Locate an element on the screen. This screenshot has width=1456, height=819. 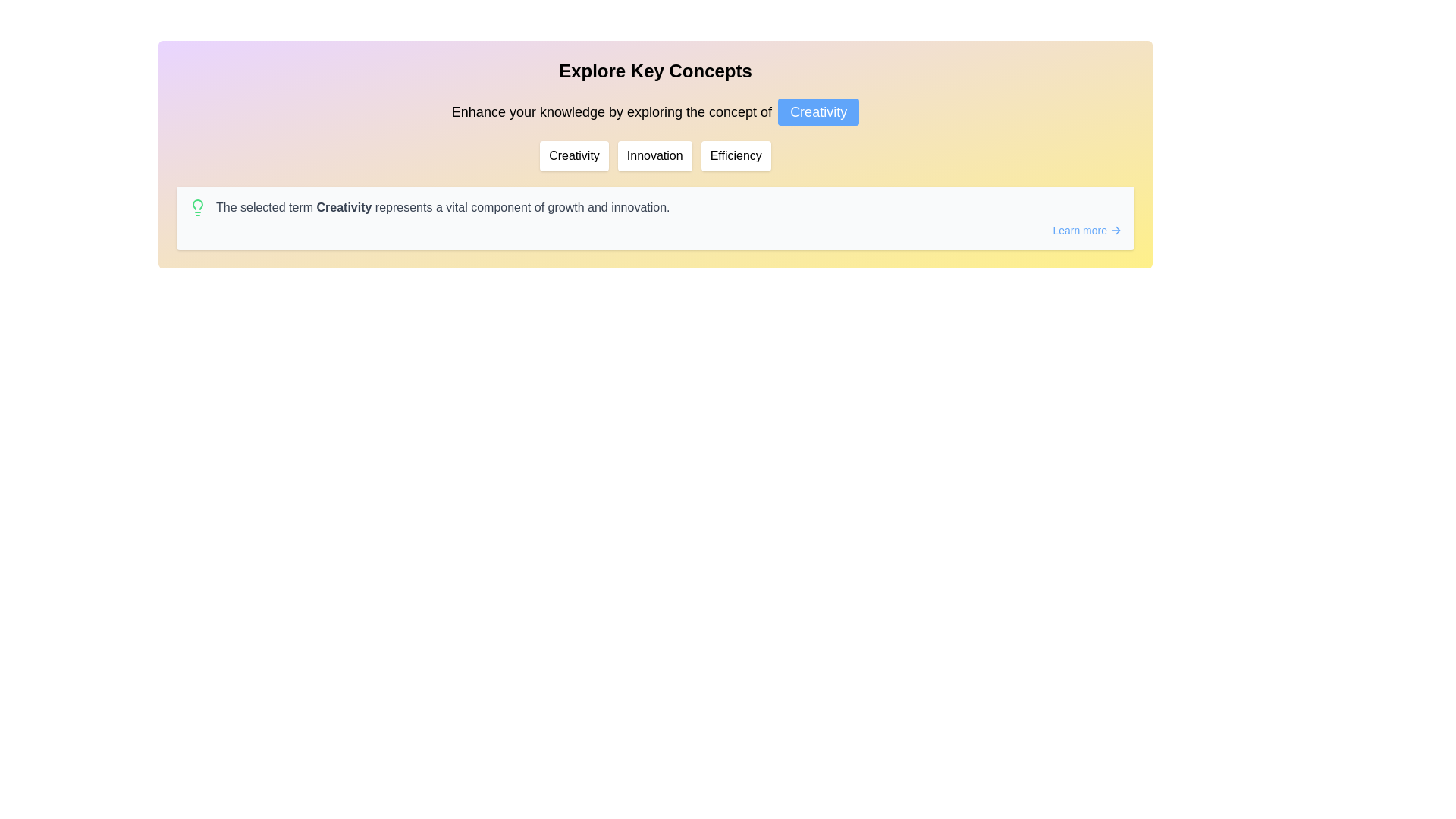
and interpret the text 'Creativity' from the bold text label located in the center of the description card is located at coordinates (343, 207).